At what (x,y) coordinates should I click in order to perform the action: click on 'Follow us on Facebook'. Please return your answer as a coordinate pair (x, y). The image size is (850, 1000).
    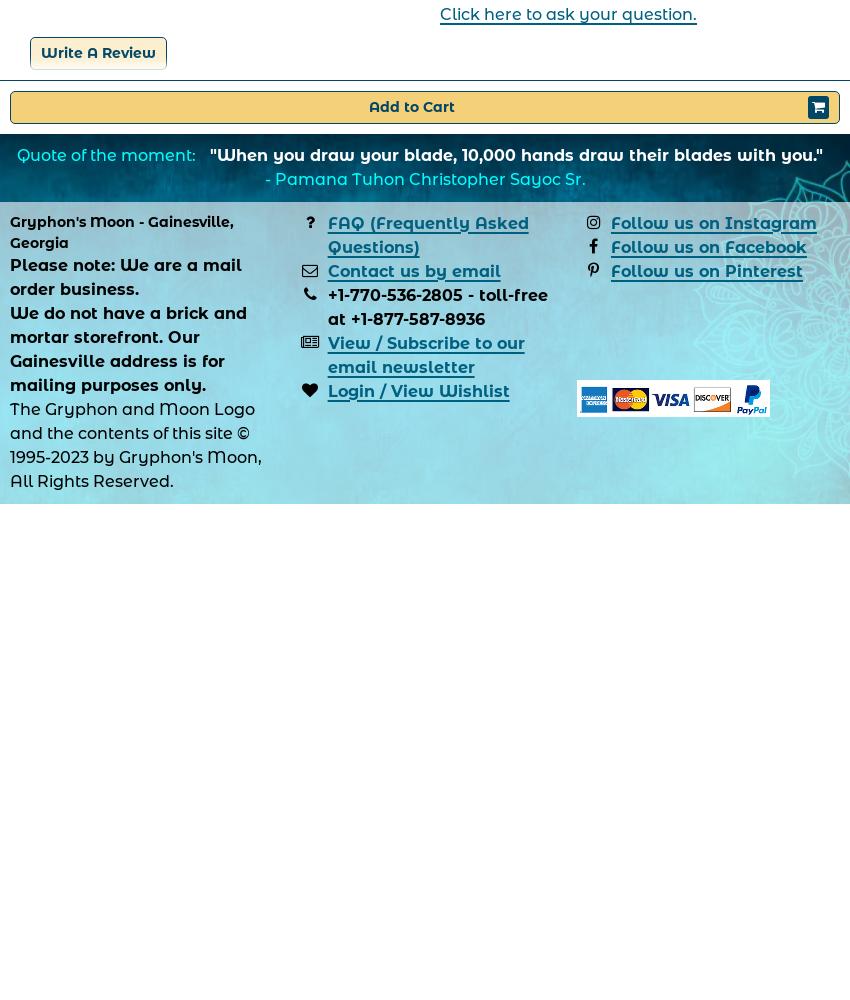
    Looking at the image, I should click on (706, 245).